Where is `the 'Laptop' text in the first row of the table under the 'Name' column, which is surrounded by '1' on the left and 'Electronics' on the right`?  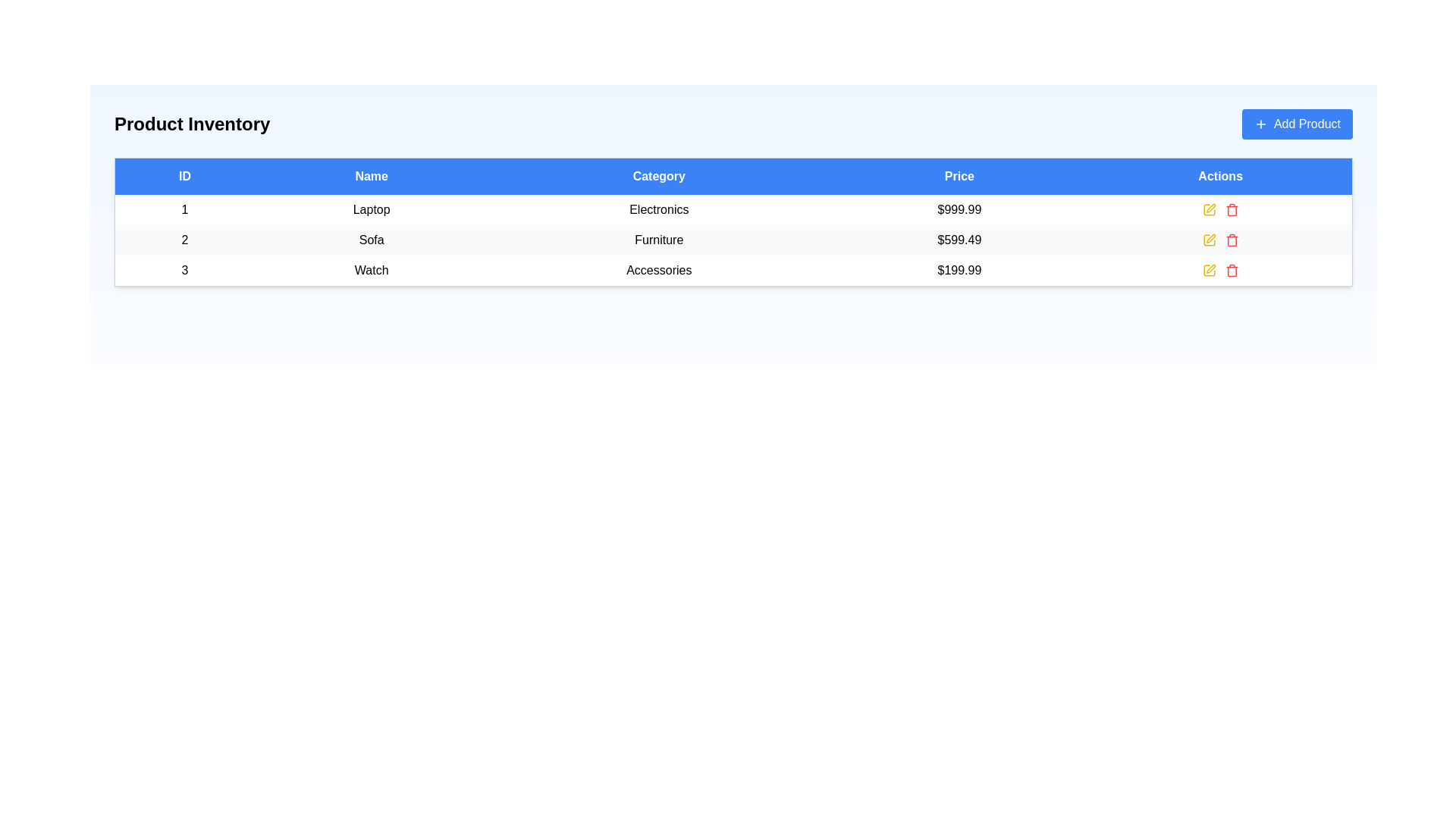
the 'Laptop' text in the first row of the table under the 'Name' column, which is surrounded by '1' on the left and 'Electronics' on the right is located at coordinates (372, 210).